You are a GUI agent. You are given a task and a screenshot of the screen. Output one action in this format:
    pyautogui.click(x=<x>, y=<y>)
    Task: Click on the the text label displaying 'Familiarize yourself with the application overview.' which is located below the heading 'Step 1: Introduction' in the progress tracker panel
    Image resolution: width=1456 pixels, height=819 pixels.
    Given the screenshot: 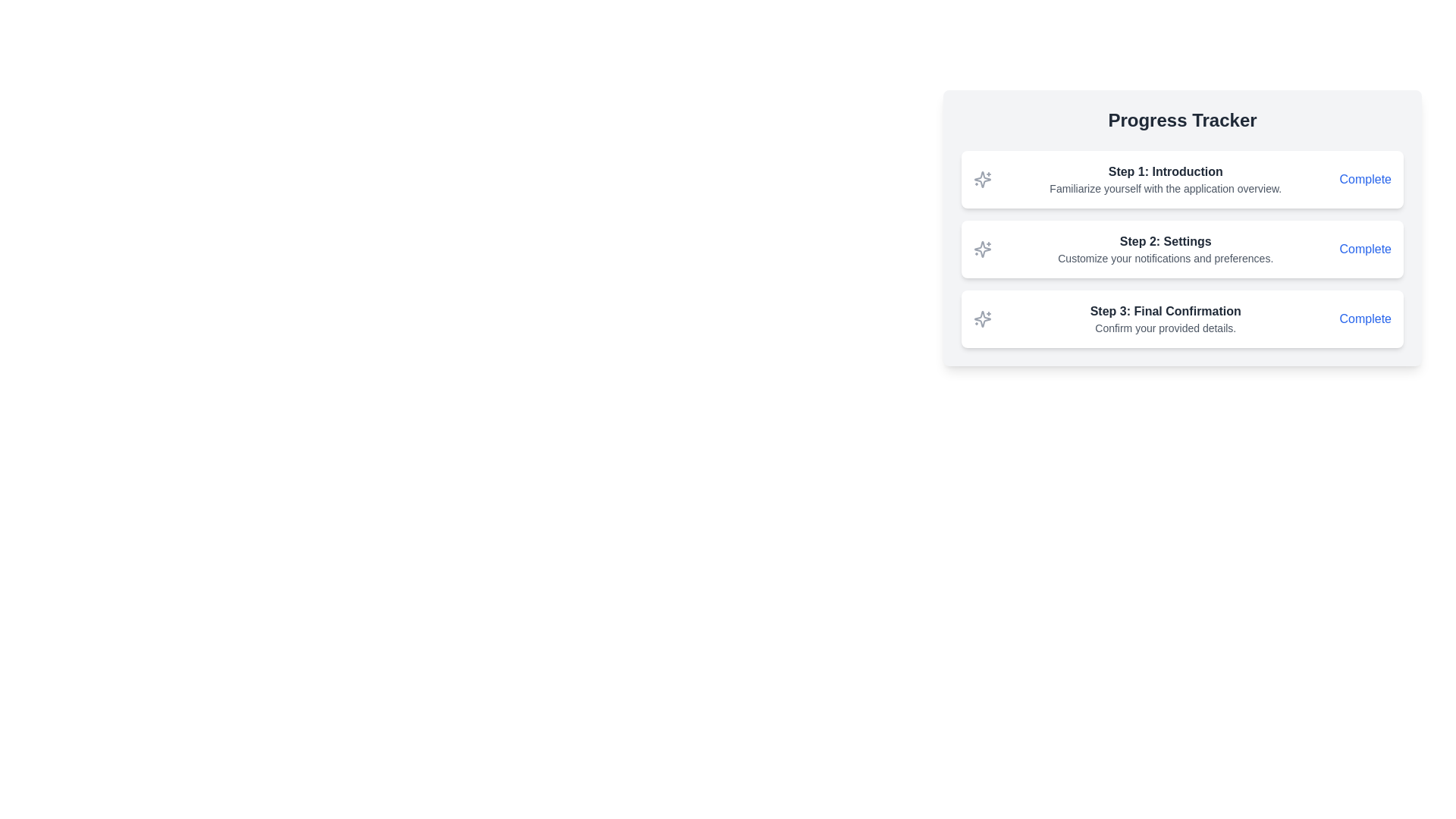 What is the action you would take?
    pyautogui.click(x=1165, y=188)
    